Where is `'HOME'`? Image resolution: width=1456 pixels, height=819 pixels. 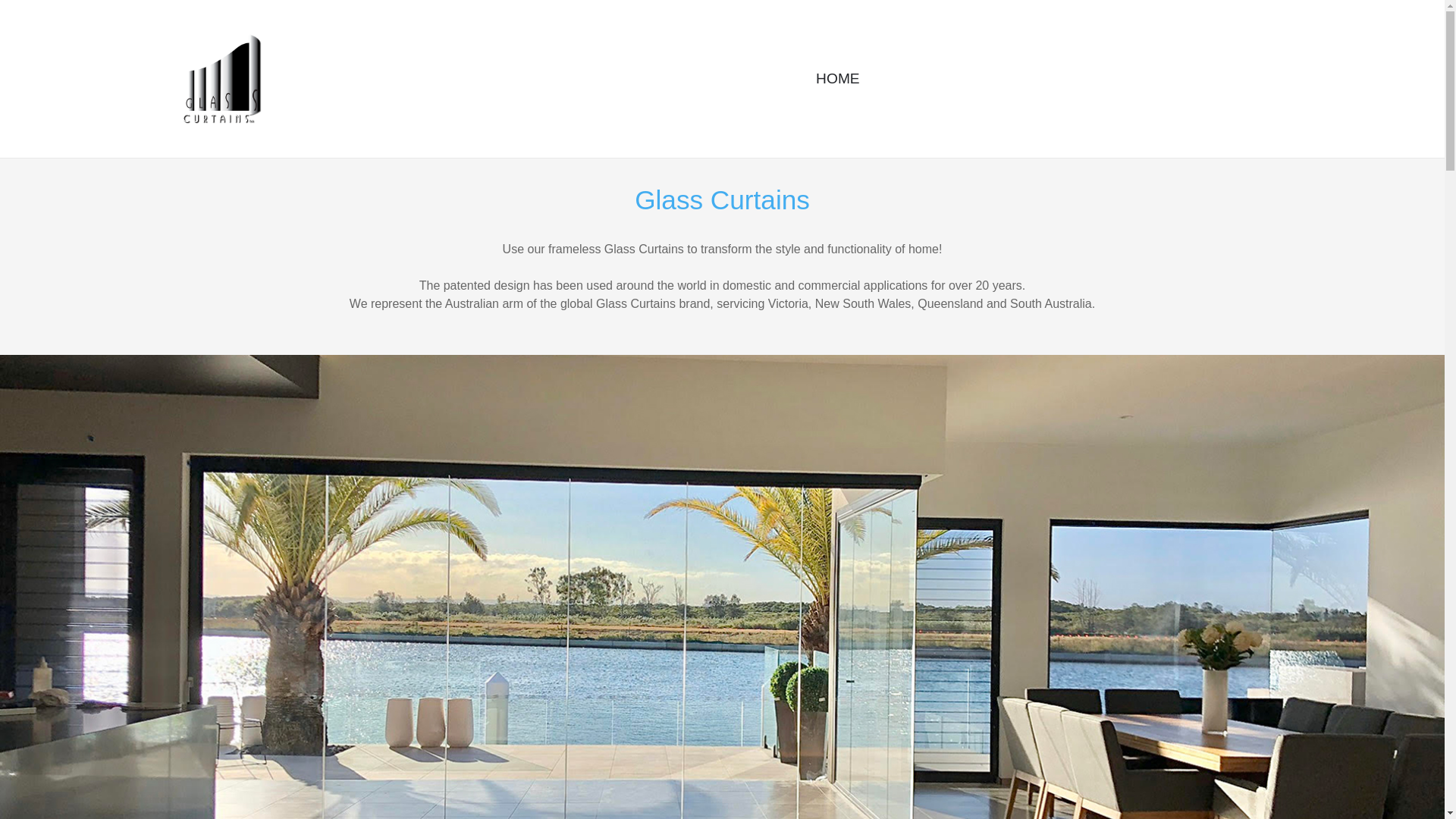
'HOME' is located at coordinates (836, 79).